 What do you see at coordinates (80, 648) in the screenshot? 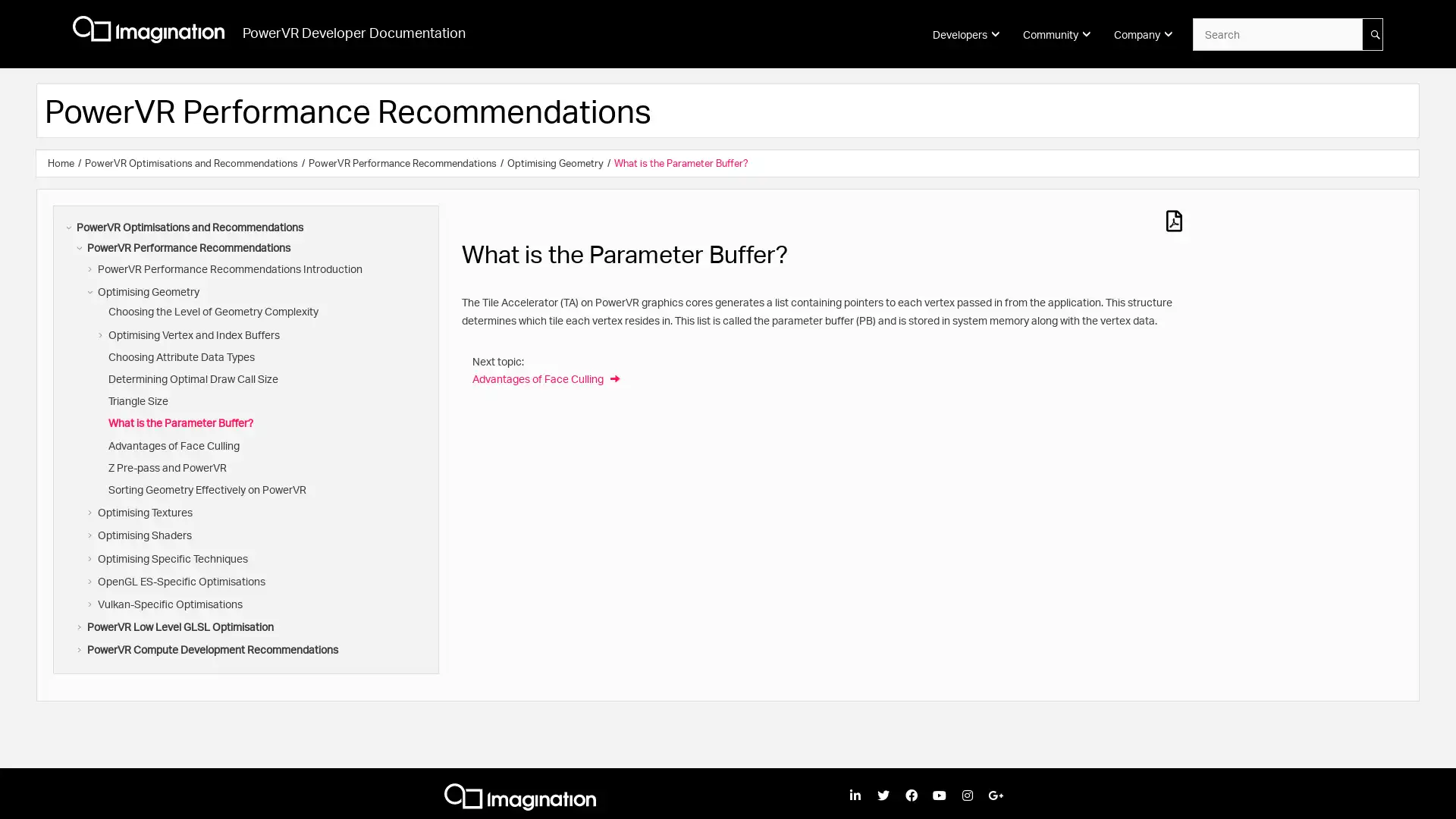
I see `Expand PowerVR Compute Development Recommendations` at bounding box center [80, 648].